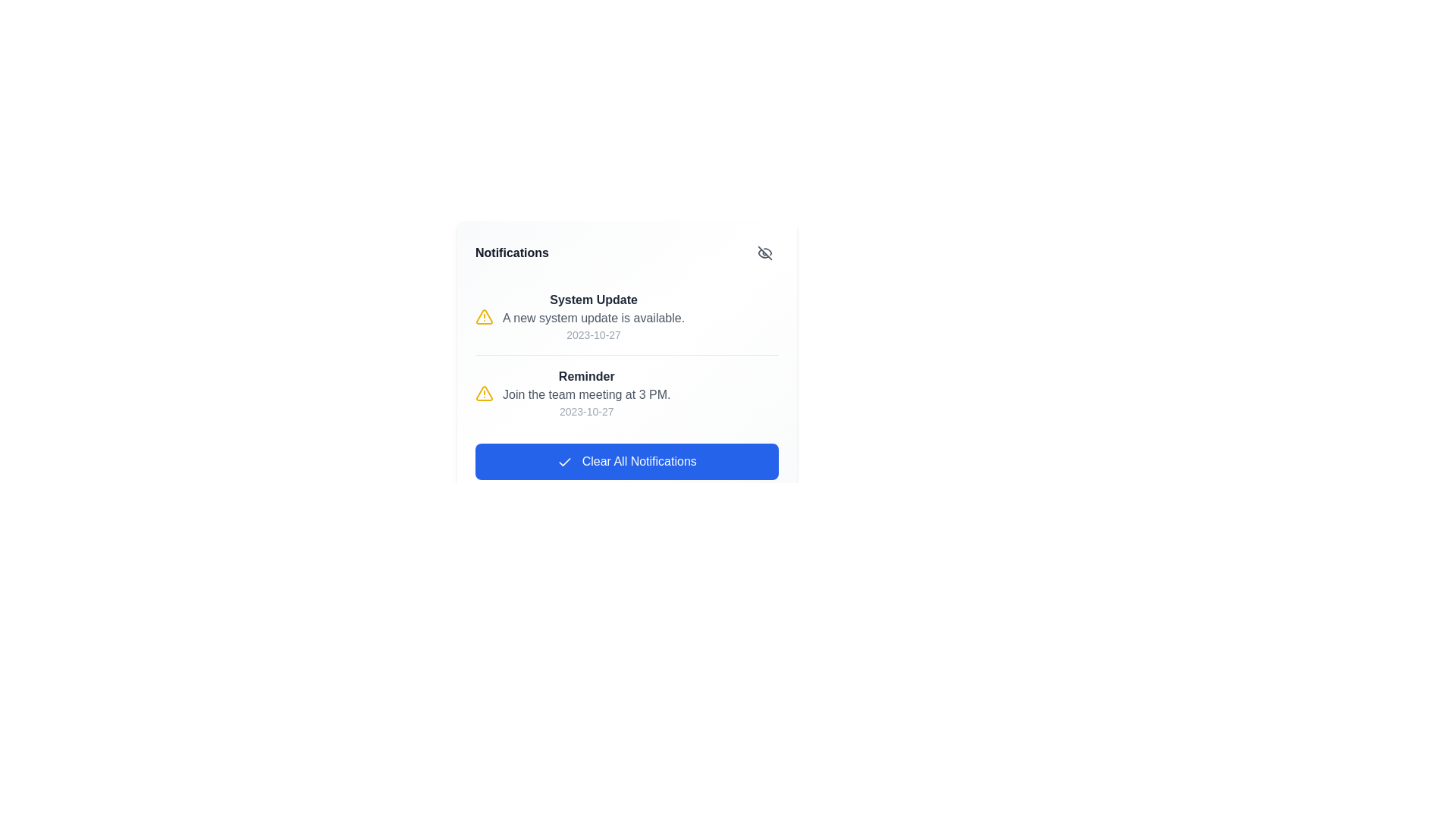  Describe the element at coordinates (626, 461) in the screenshot. I see `the button at the bottom of the 'Notifications' panel` at that location.